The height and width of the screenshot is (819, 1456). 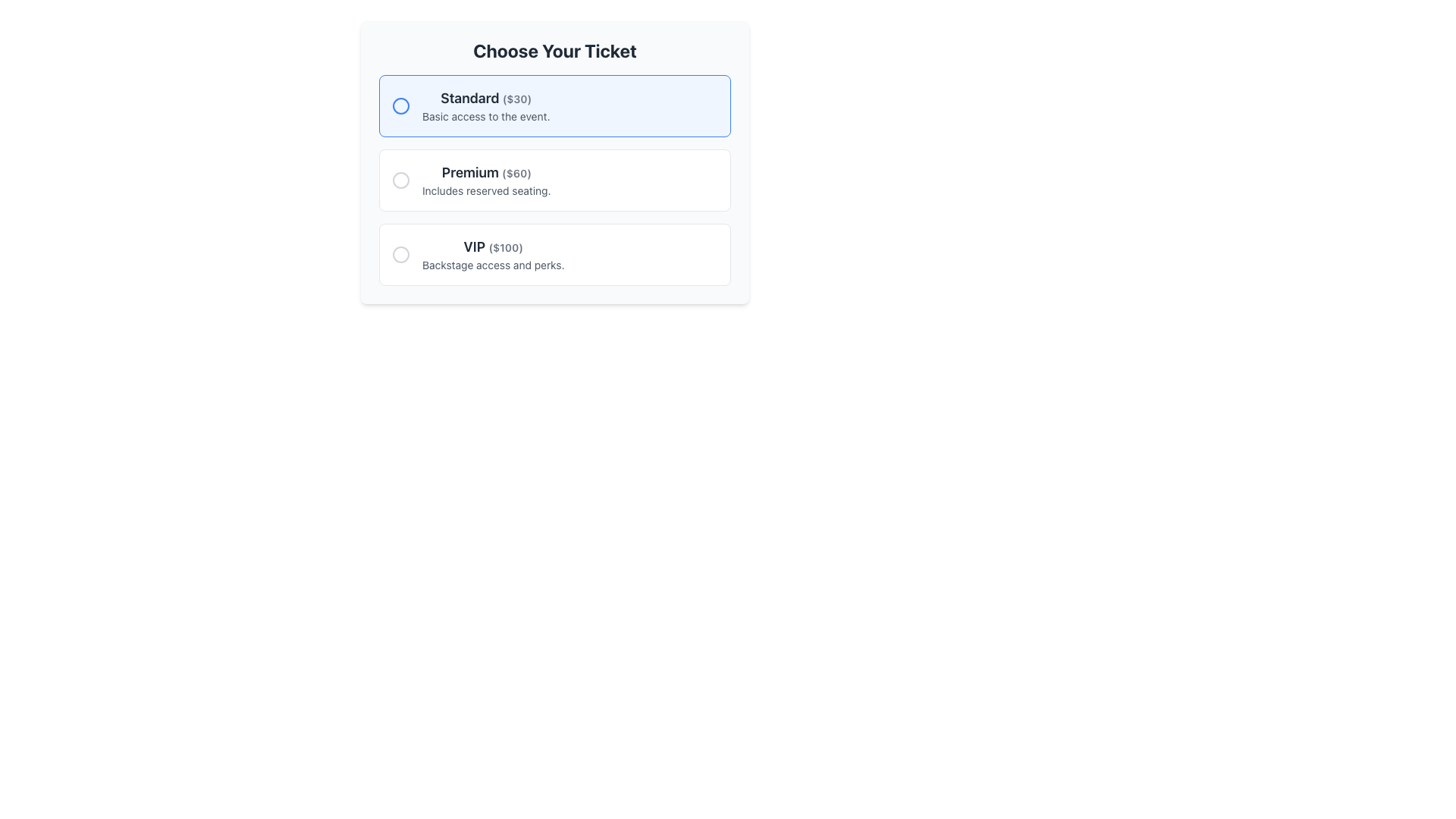 I want to click on price information displayed in the Text Label located to the right of the 'VIP' text within the 'VIP ($100)' text block, so click(x=506, y=246).